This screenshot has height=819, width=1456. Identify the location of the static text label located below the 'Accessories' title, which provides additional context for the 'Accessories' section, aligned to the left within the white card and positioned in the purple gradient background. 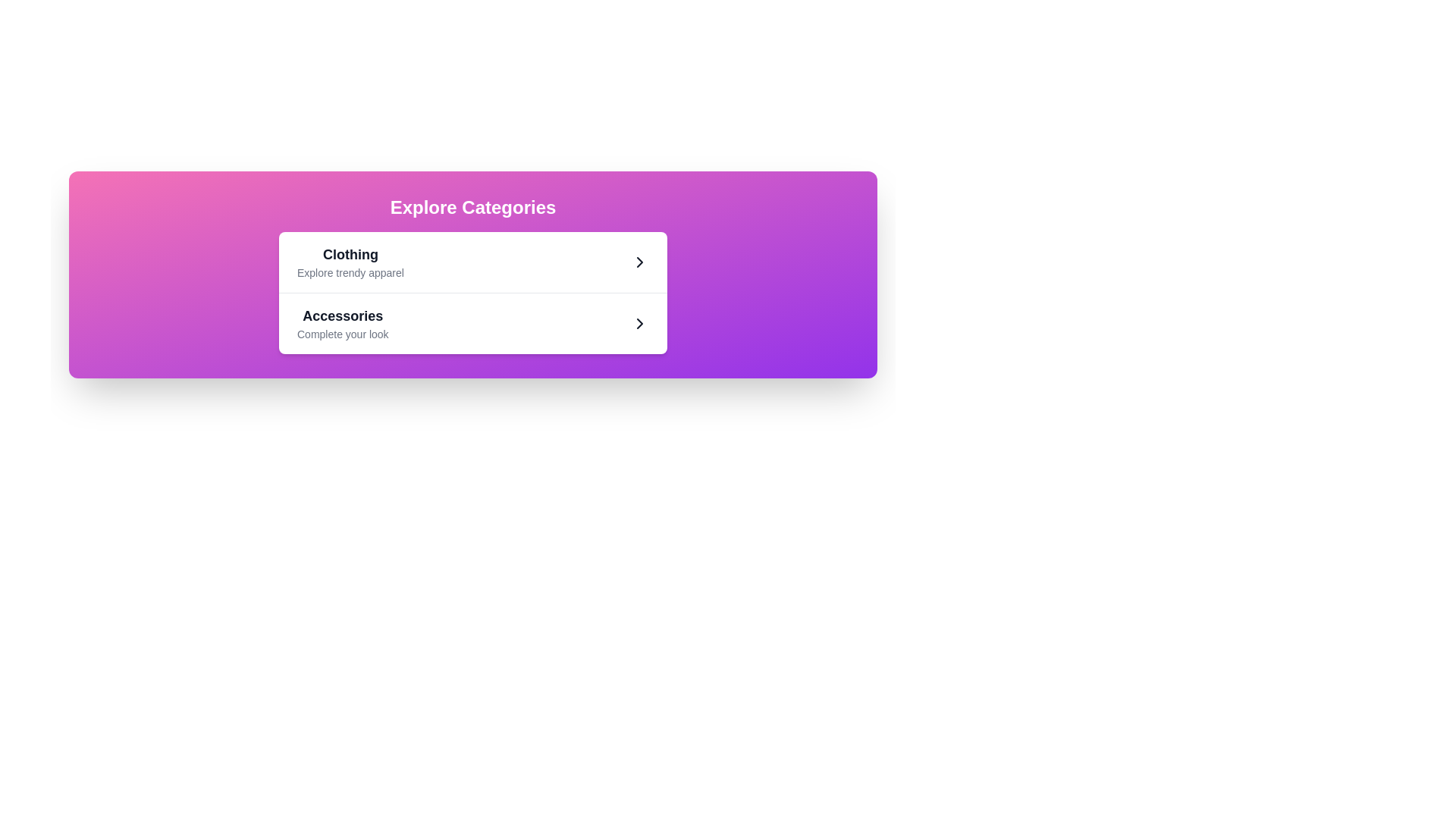
(342, 333).